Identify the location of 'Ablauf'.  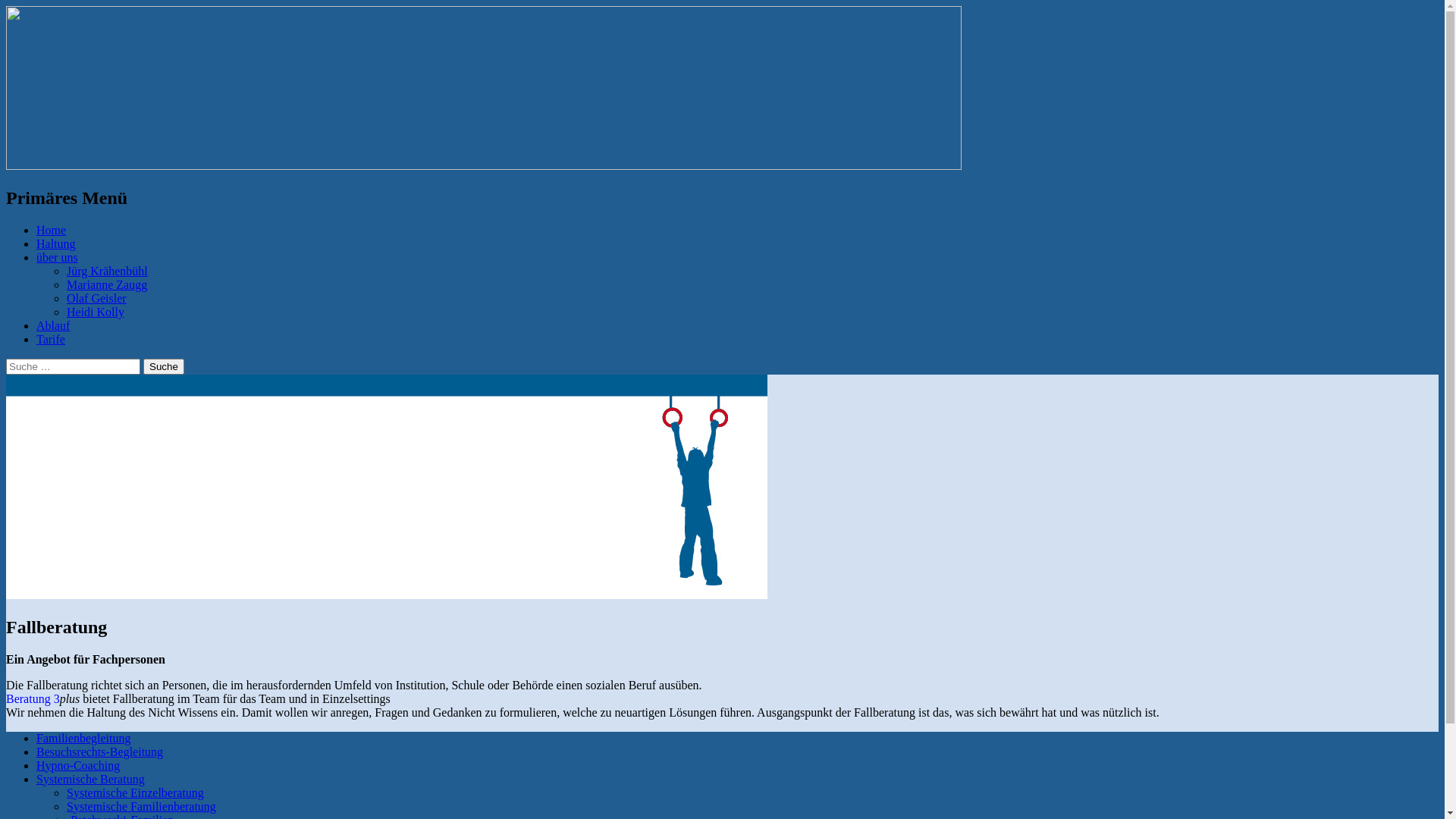
(53, 325).